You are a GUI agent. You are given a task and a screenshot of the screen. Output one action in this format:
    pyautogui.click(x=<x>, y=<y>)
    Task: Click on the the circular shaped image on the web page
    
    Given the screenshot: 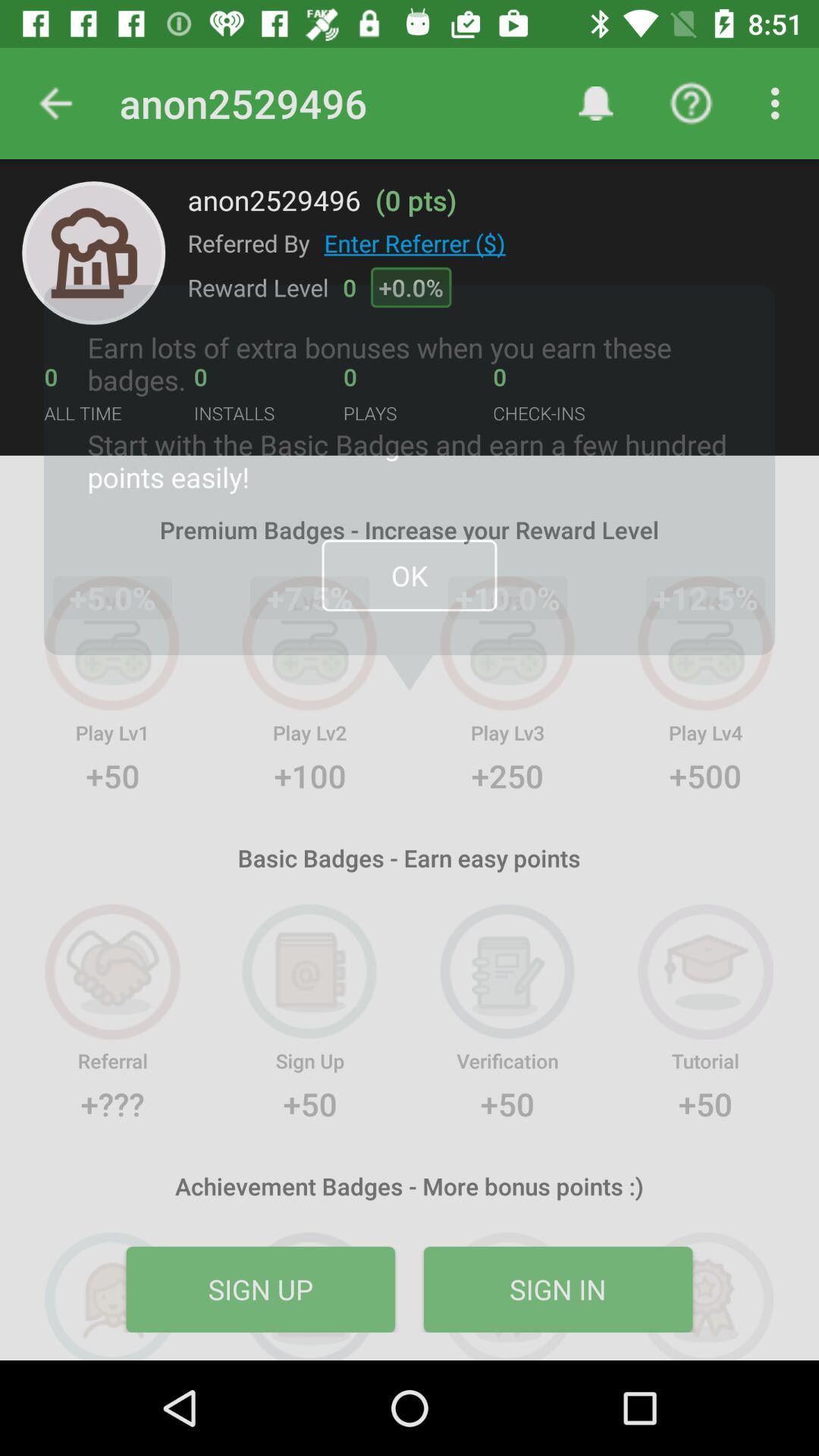 What is the action you would take?
    pyautogui.click(x=93, y=253)
    